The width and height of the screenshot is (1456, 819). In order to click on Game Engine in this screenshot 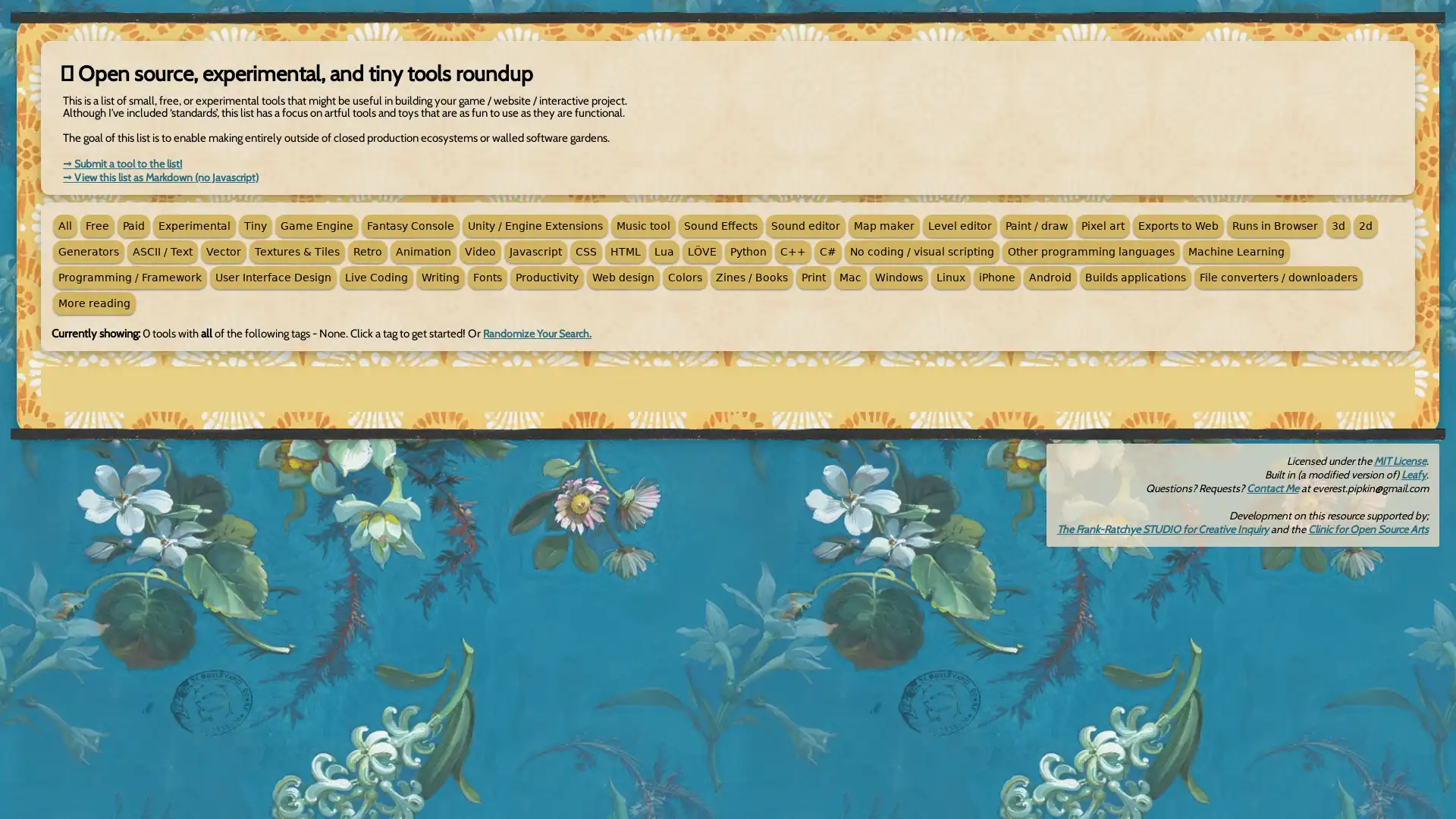, I will do `click(315, 225)`.